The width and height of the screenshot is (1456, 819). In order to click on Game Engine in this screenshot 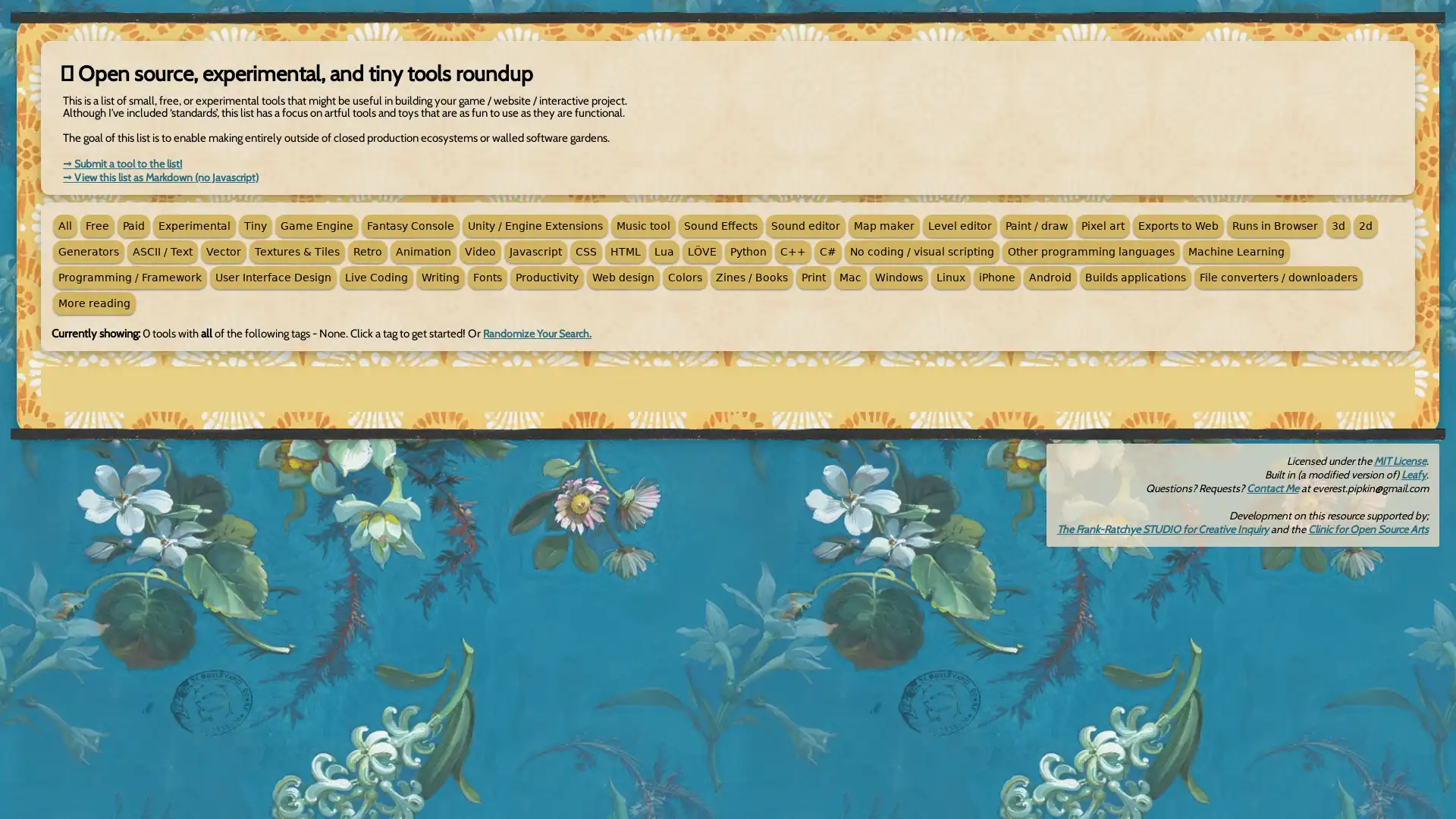, I will do `click(315, 225)`.